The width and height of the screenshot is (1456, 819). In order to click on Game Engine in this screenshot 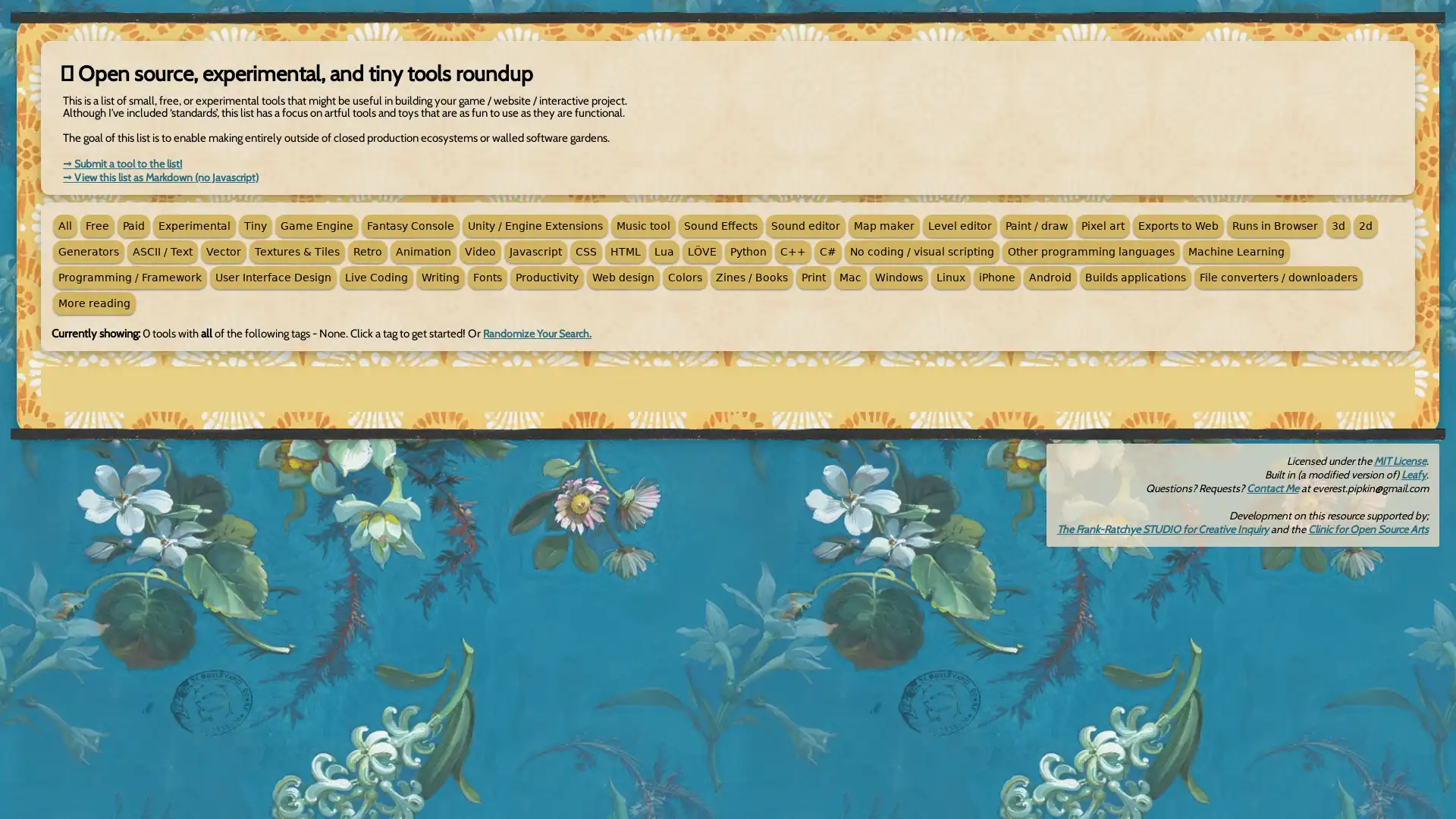, I will do `click(315, 225)`.